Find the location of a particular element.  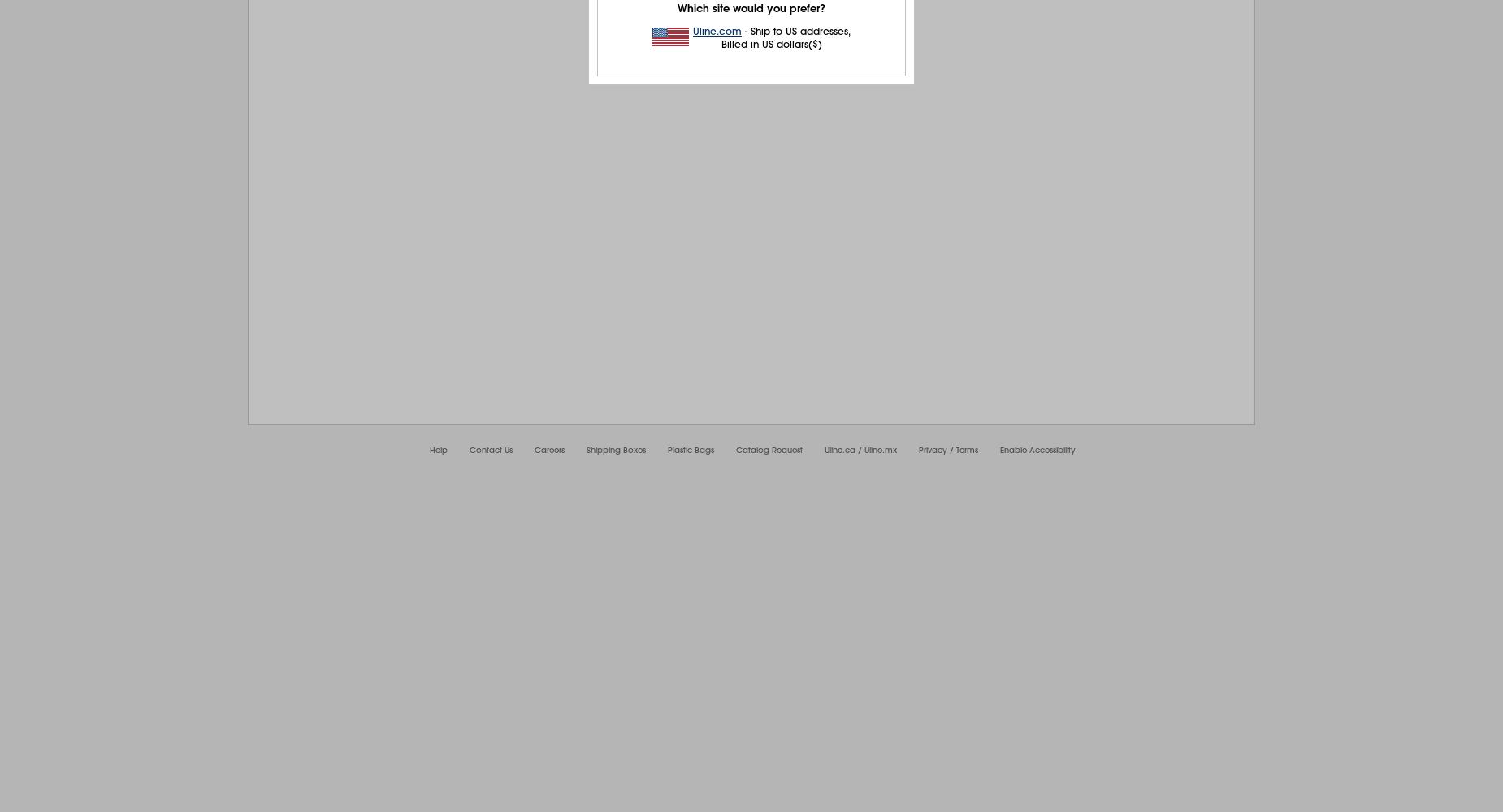

'Shipping Boxes' is located at coordinates (616, 450).